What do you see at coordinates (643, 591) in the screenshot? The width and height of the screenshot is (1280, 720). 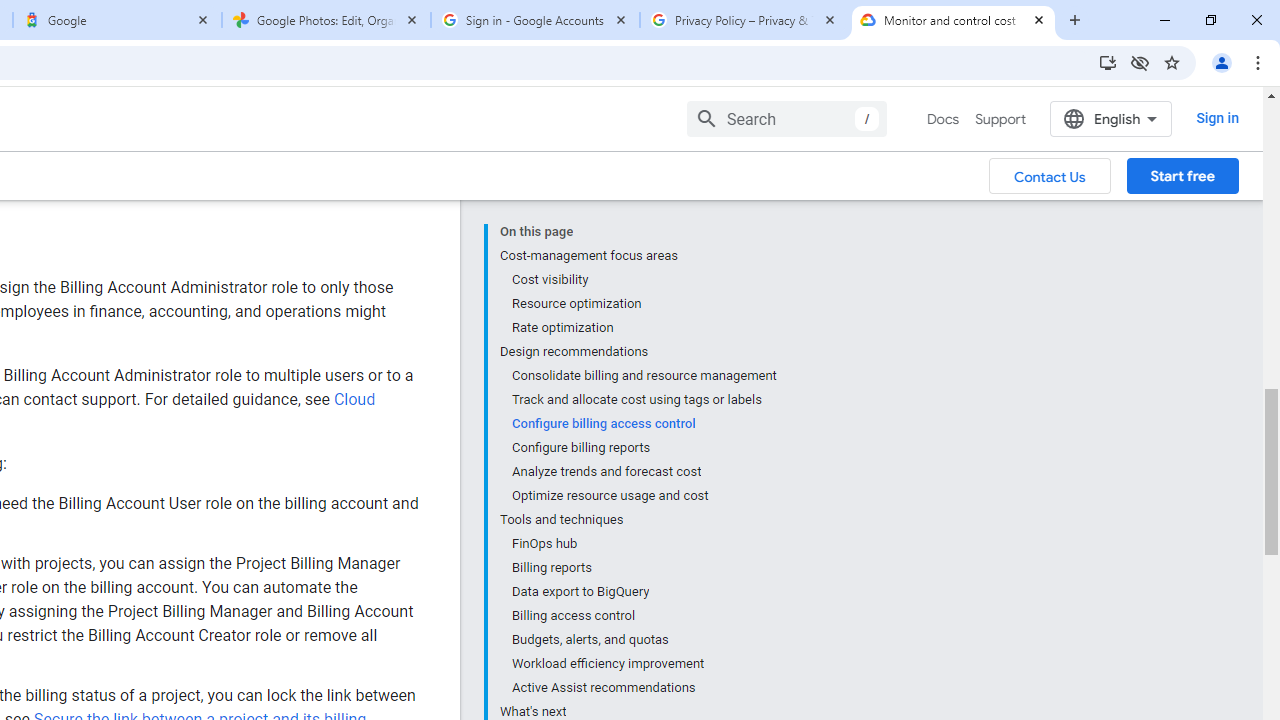 I see `'Data export to BigQuery'` at bounding box center [643, 591].